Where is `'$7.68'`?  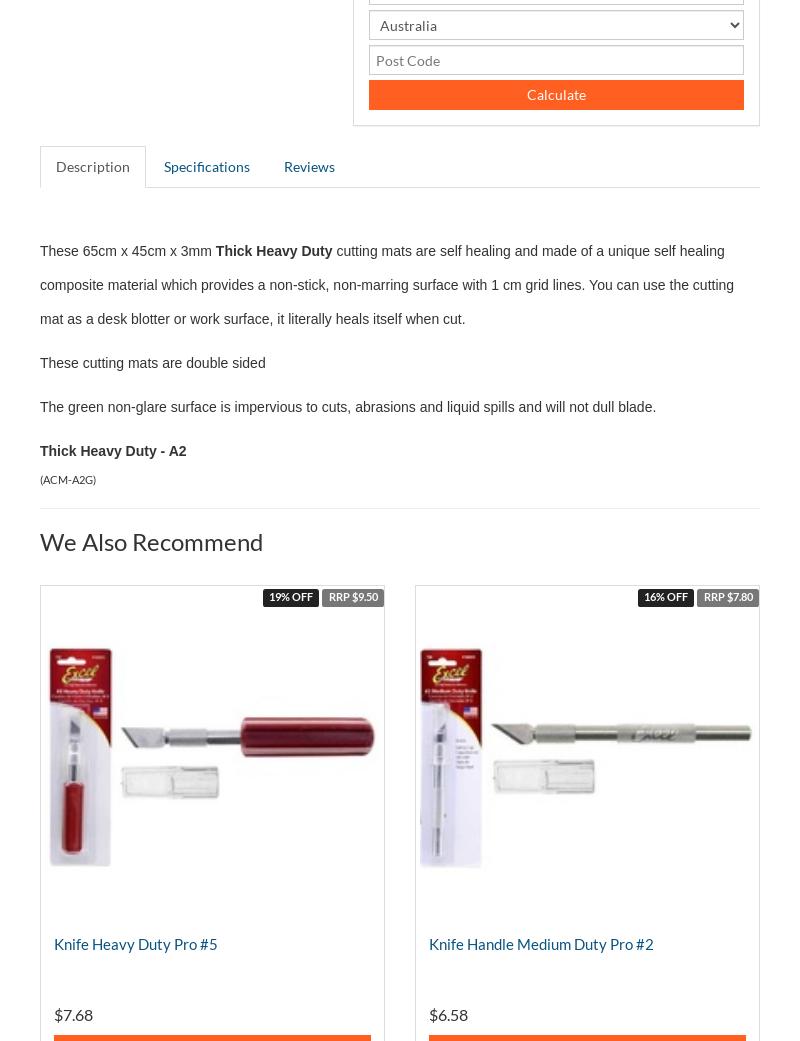 '$7.68' is located at coordinates (73, 1014).